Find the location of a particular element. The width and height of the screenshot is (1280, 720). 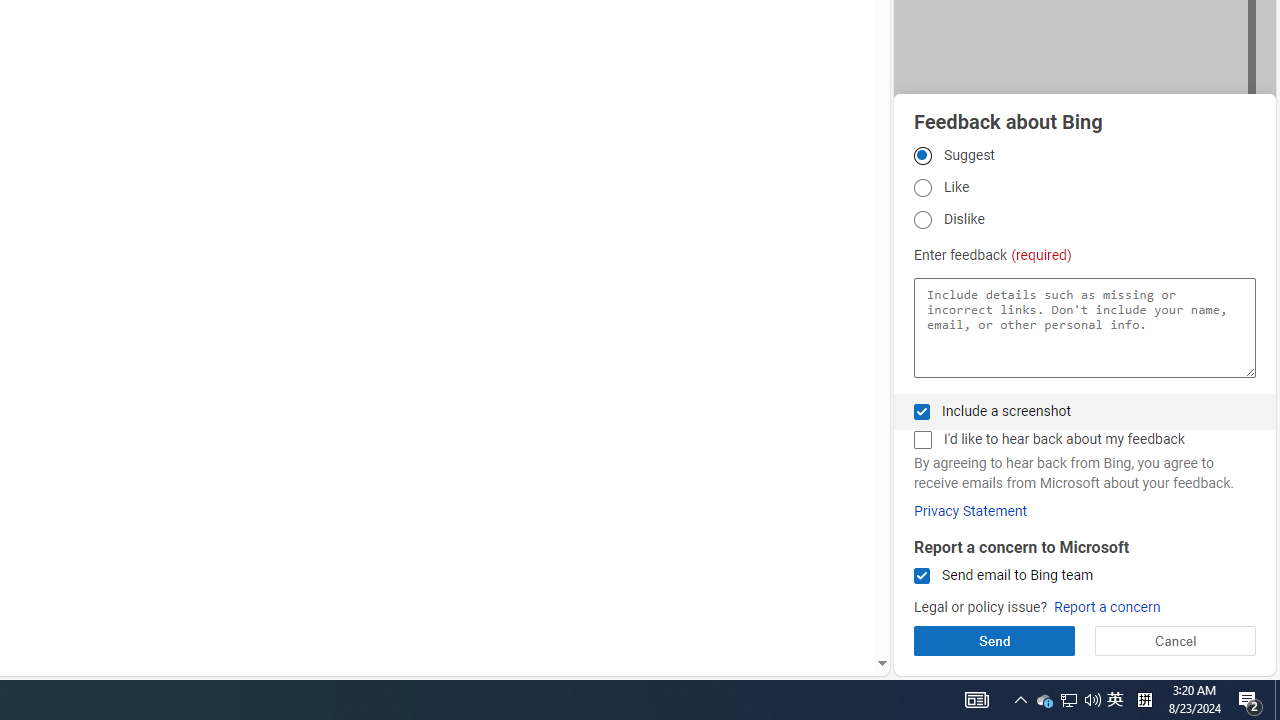

'Send' is located at coordinates (994, 640).